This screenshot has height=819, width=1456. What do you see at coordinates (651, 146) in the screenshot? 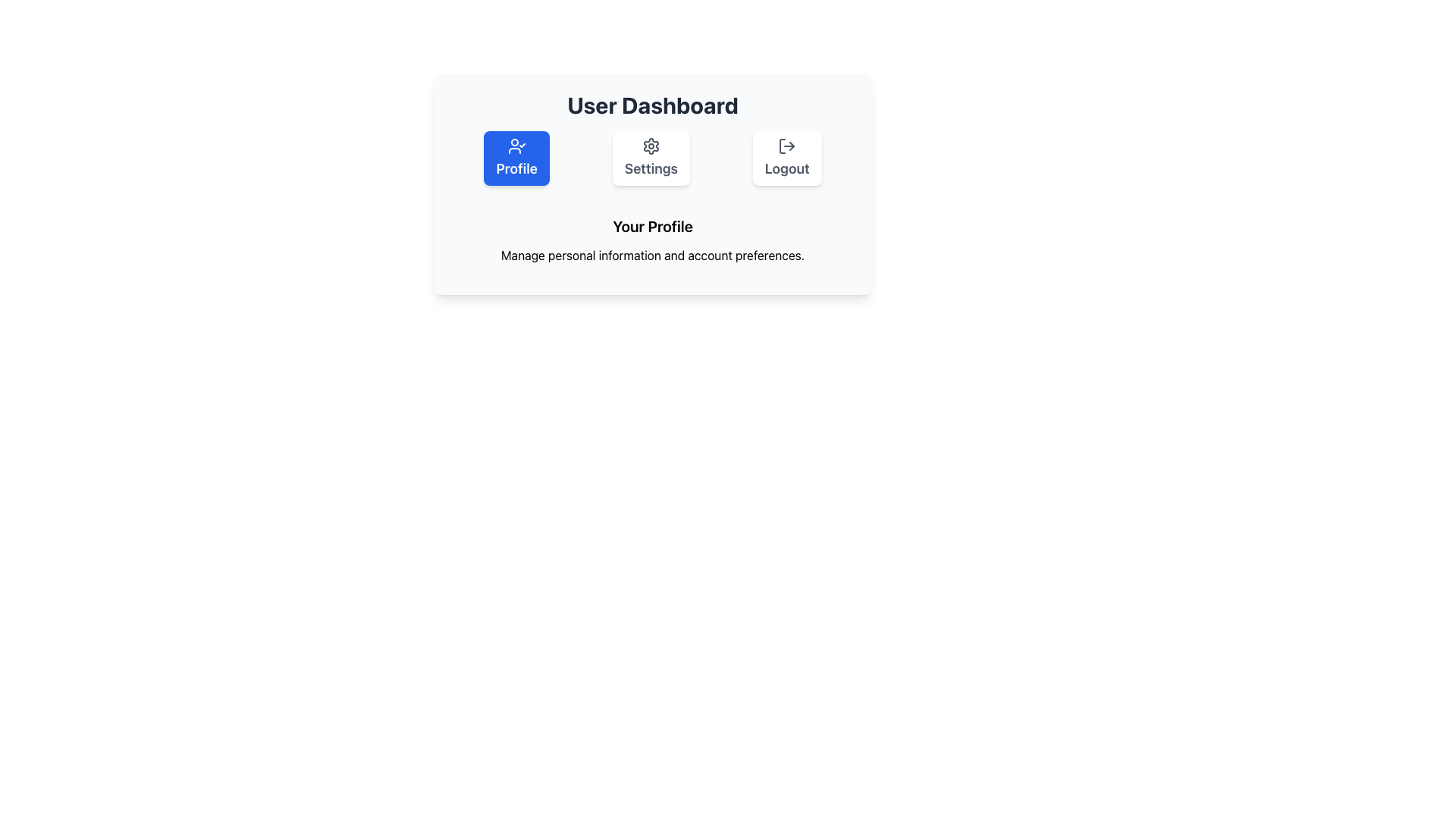
I see `the gear icon representing the 'Settings' element for navigation in the User Dashboard interface` at bounding box center [651, 146].